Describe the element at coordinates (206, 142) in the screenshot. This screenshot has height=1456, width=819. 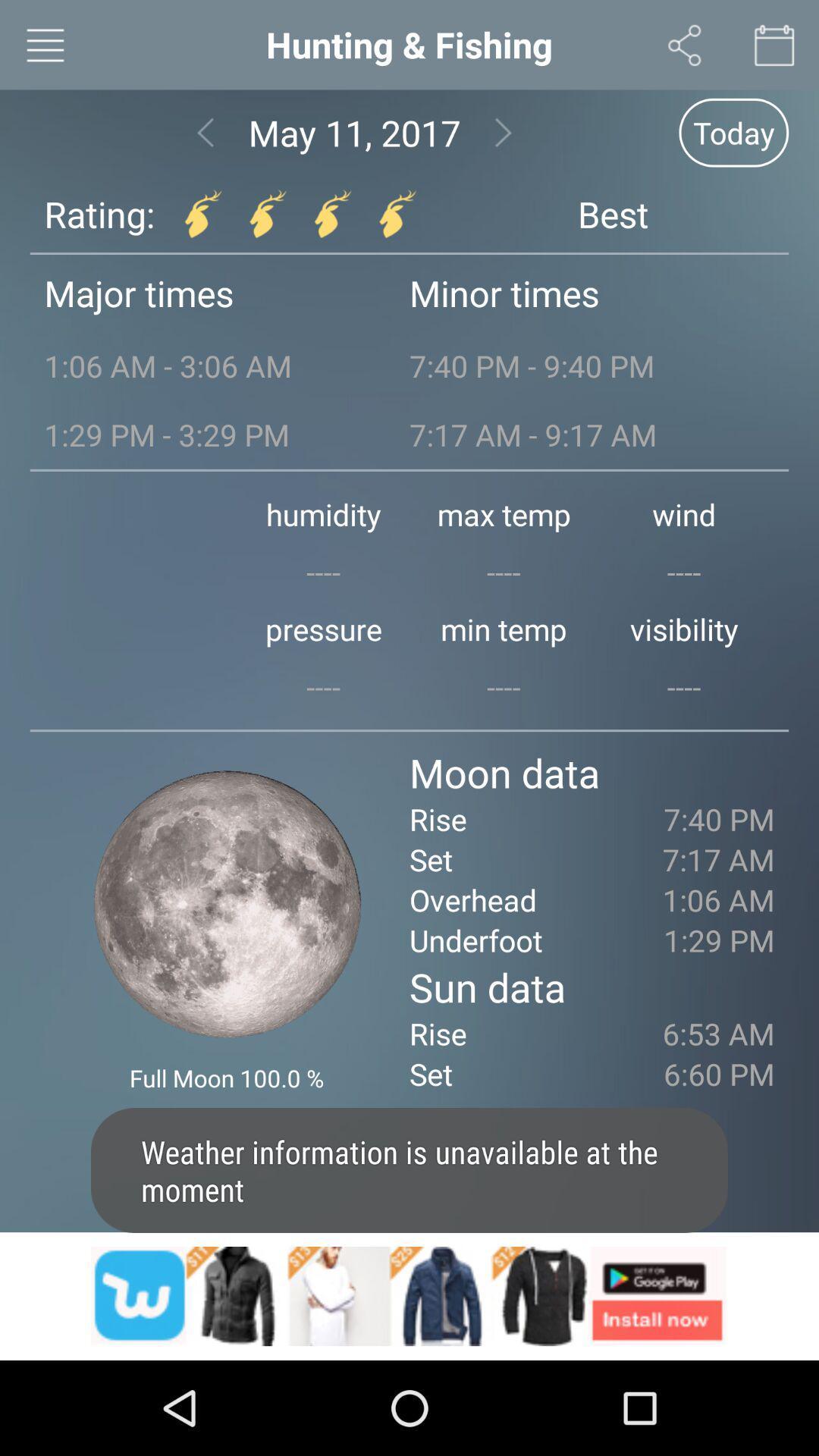
I see `the arrow_backward icon` at that location.